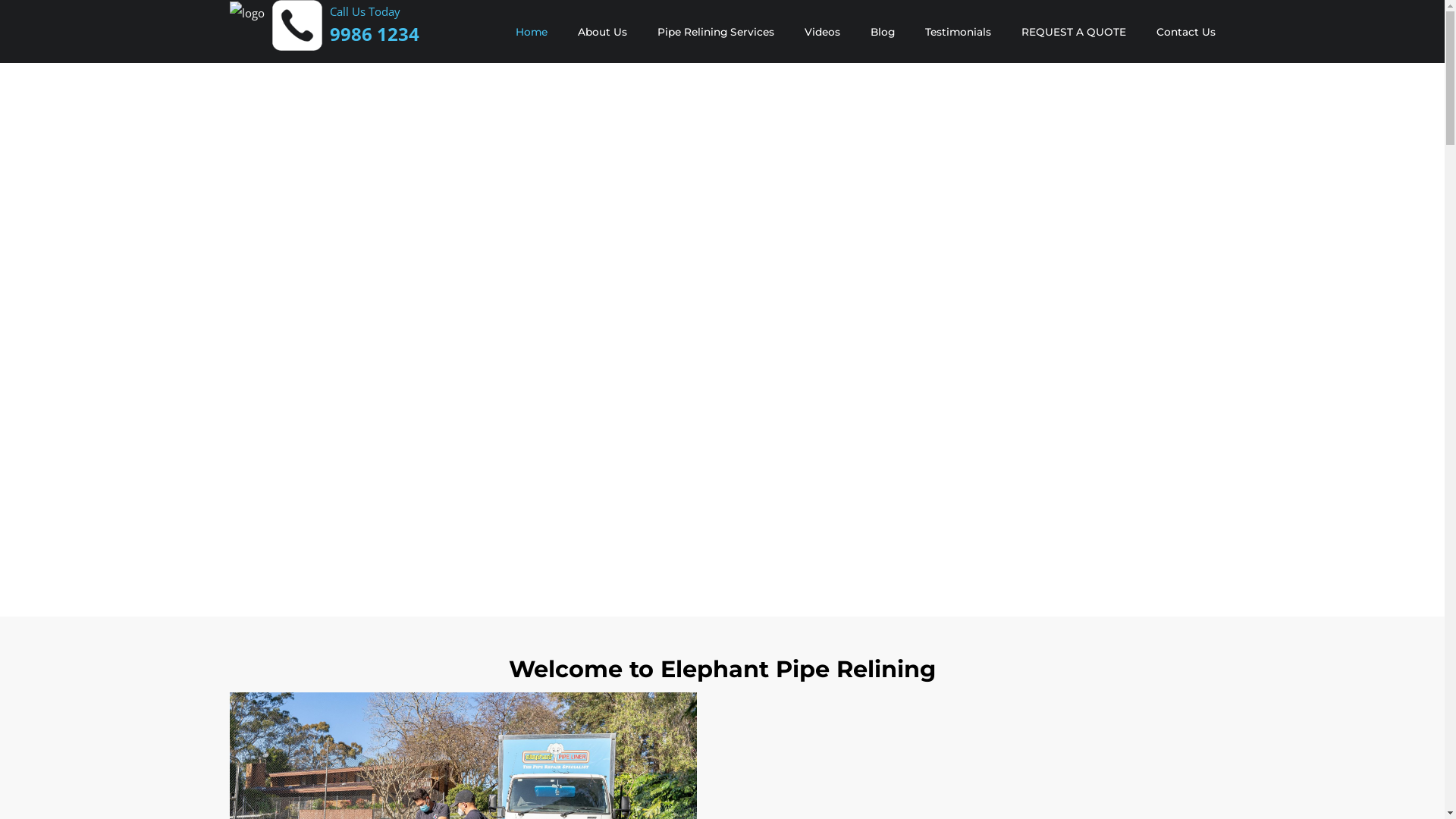 The width and height of the screenshot is (1456, 819). I want to click on 'Call Us Today, so click(374, 24).